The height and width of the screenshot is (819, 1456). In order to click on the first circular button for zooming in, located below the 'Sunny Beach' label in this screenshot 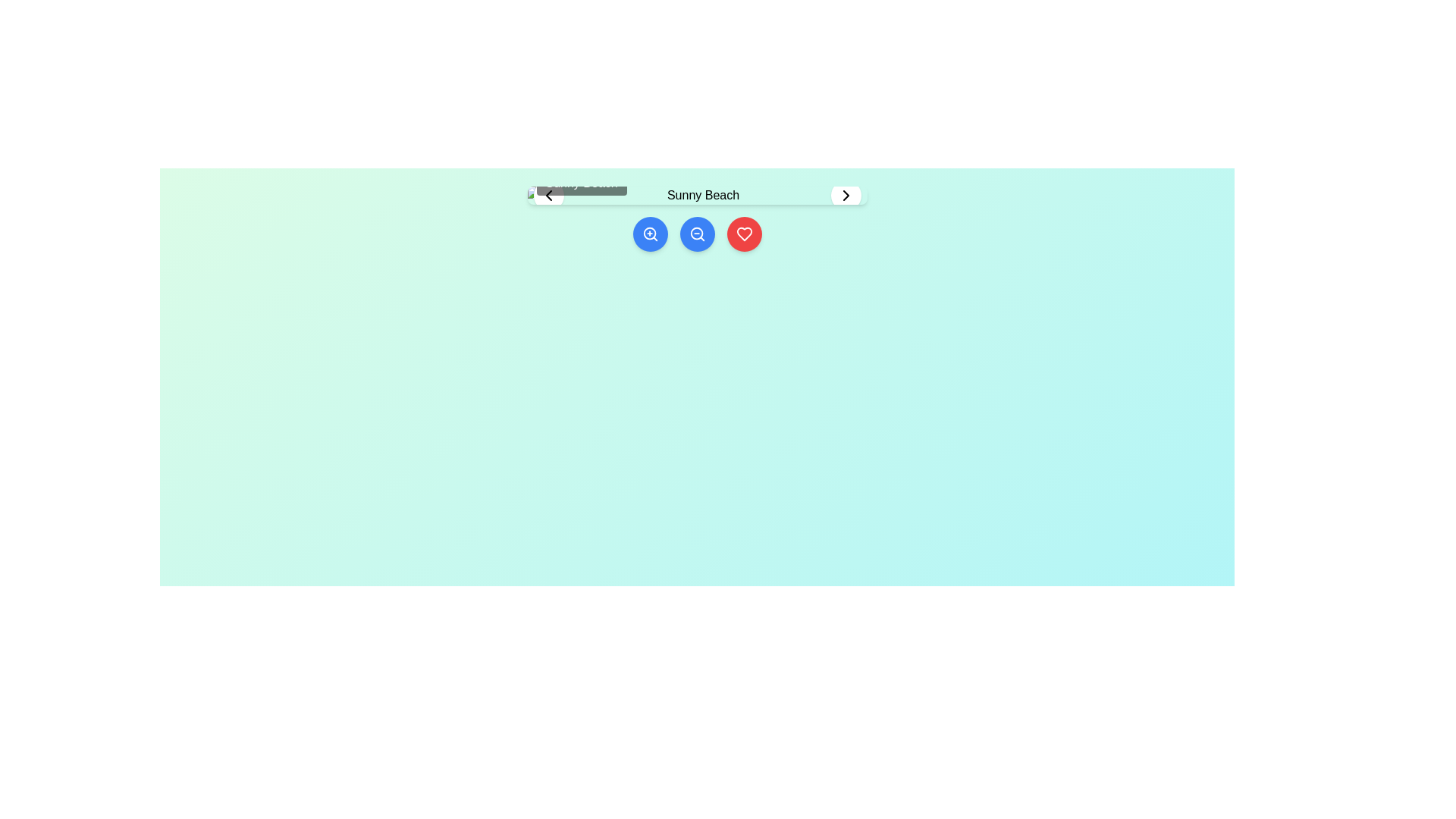, I will do `click(650, 234)`.